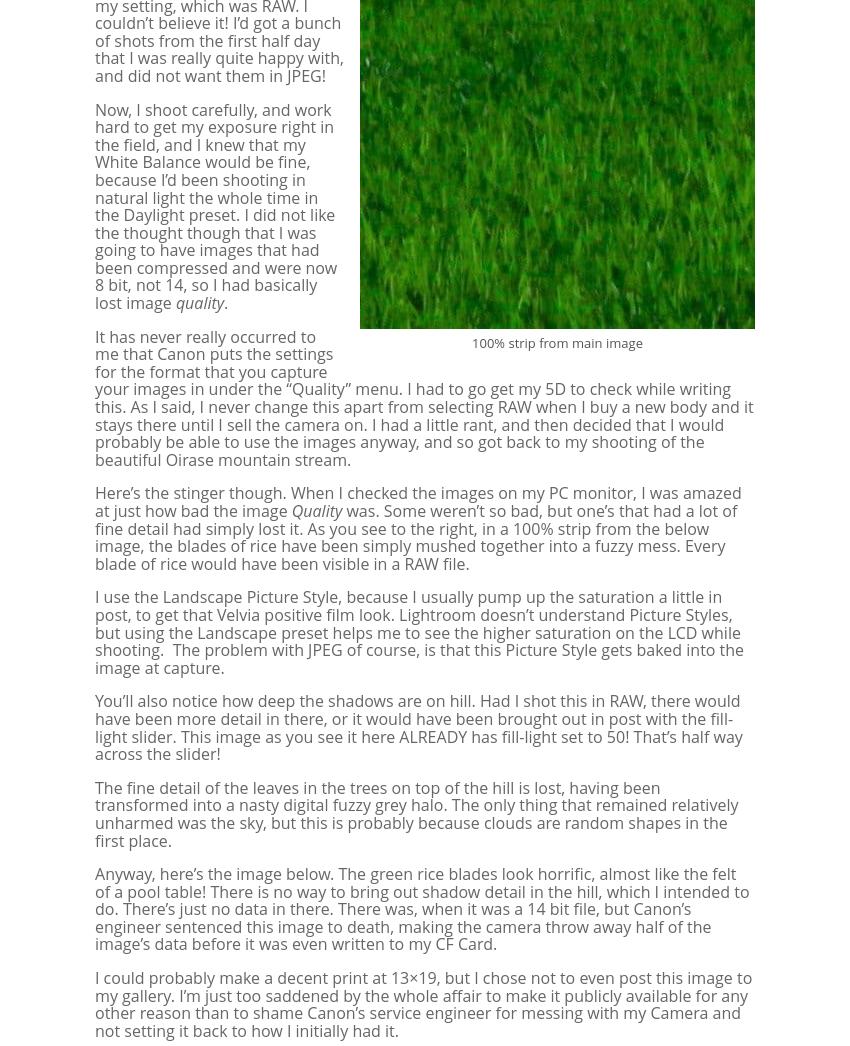 The height and width of the screenshot is (1046, 850). I want to click on 'Here’s the stinger though. When I checked the images on my PC monitor, I was amazed at just how bad the image', so click(418, 501).